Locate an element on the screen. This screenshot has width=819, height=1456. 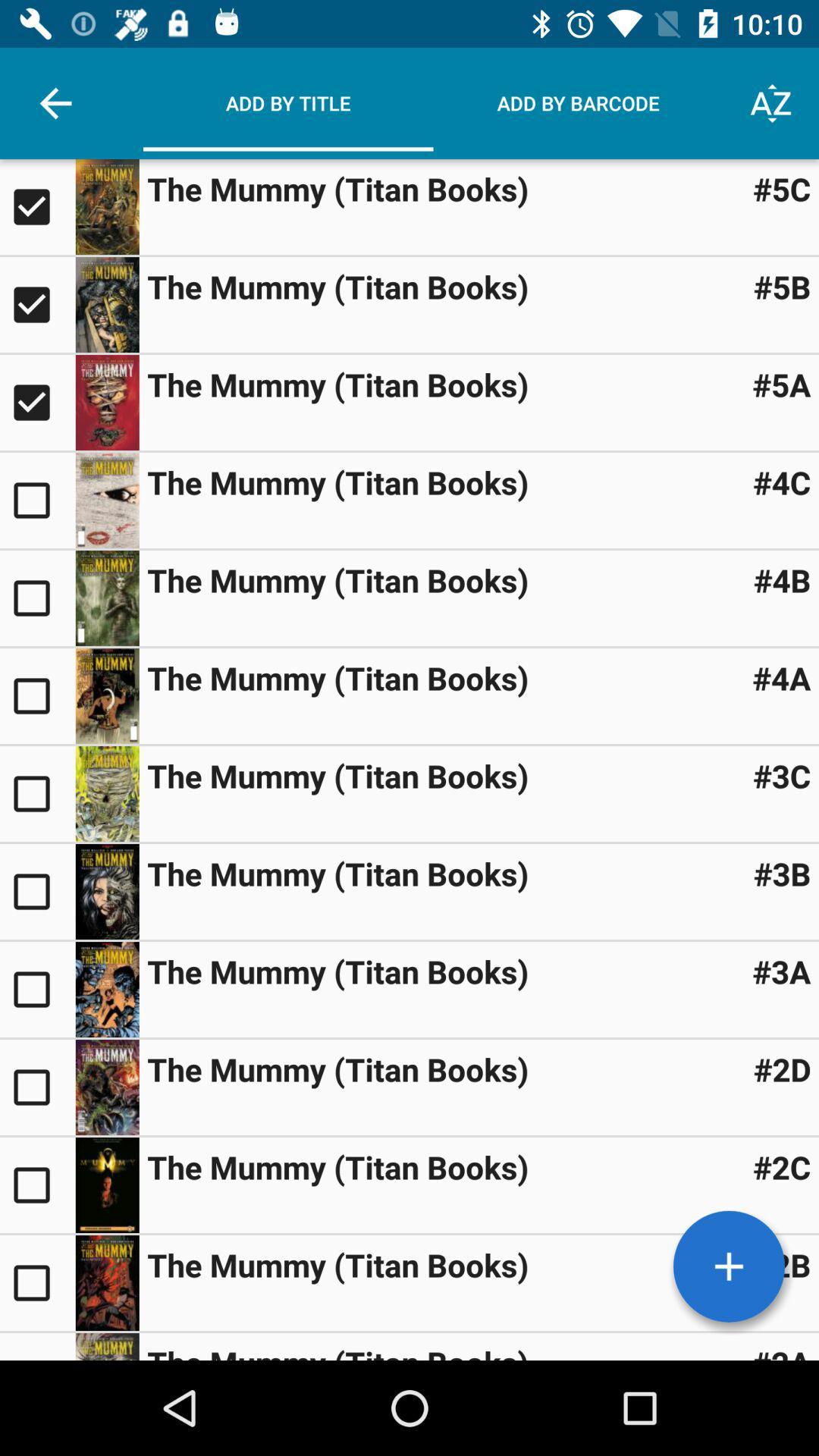
the #4b icon is located at coordinates (782, 579).